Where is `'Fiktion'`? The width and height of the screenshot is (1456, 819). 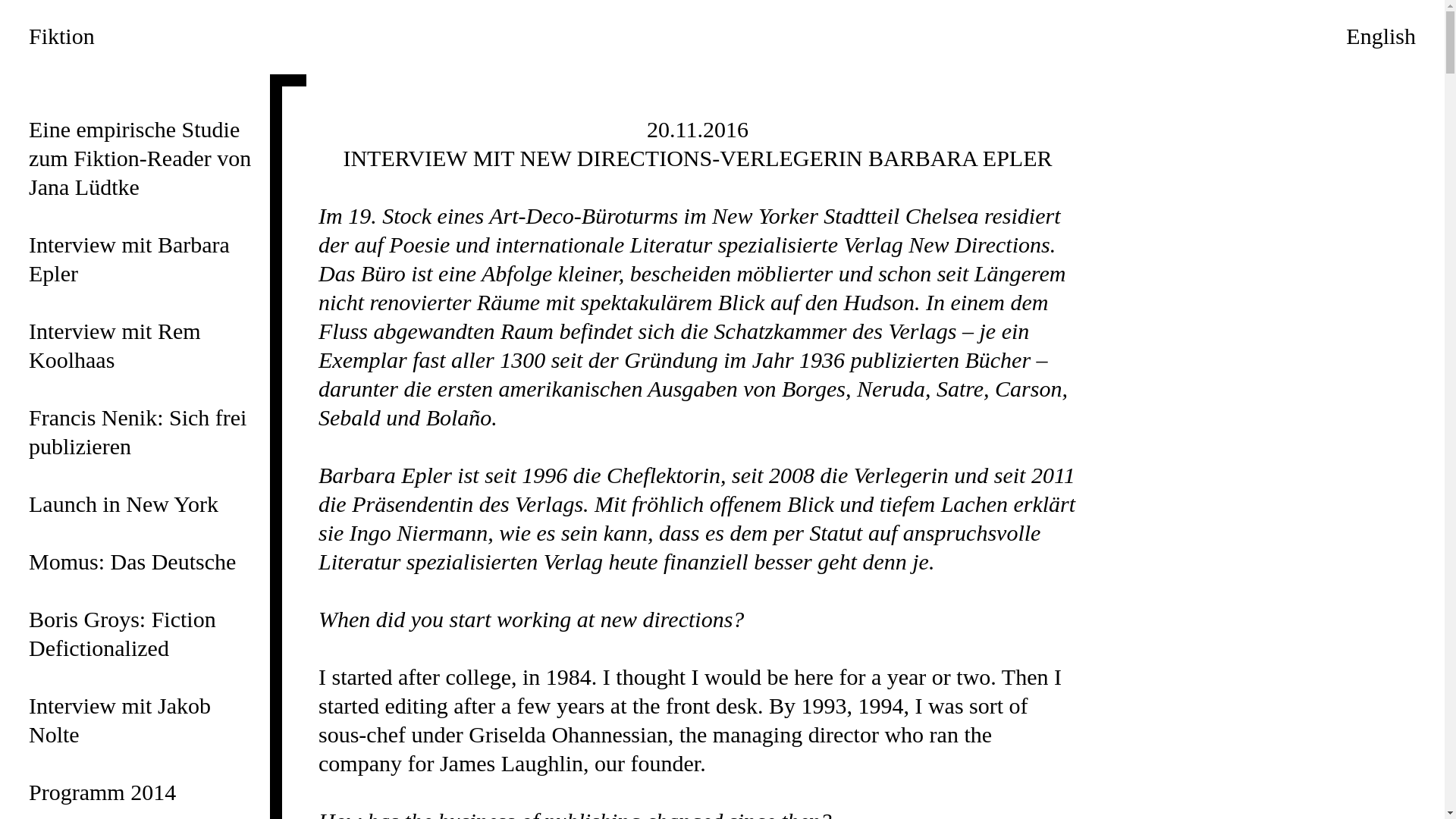
'Fiktion' is located at coordinates (61, 35).